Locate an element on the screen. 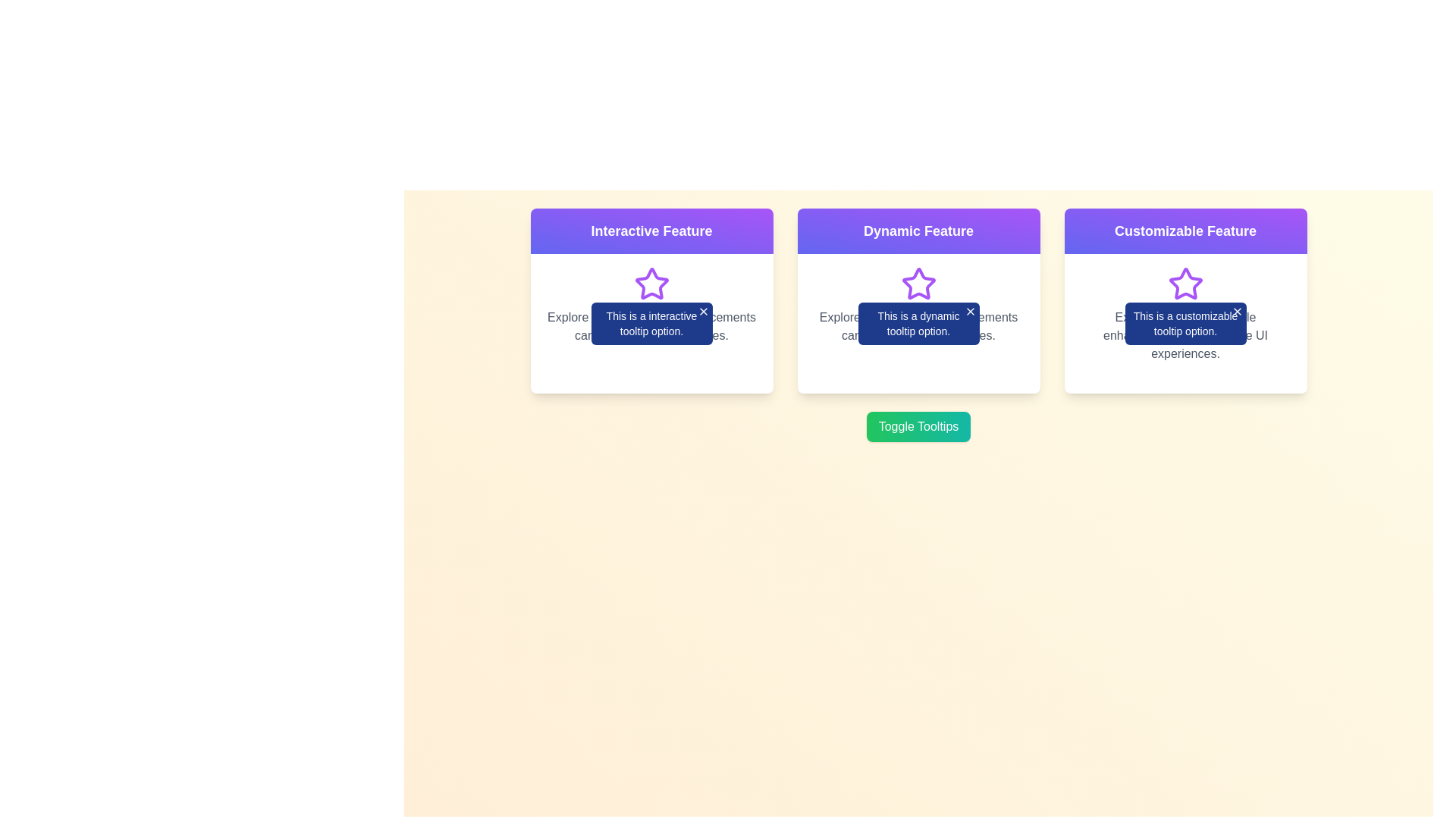 The image size is (1456, 819). the 'X' button on the top-right corner of the tooltip with dark blue background and white text that says 'This is a customizable tooltip option.' is located at coordinates (1185, 323).